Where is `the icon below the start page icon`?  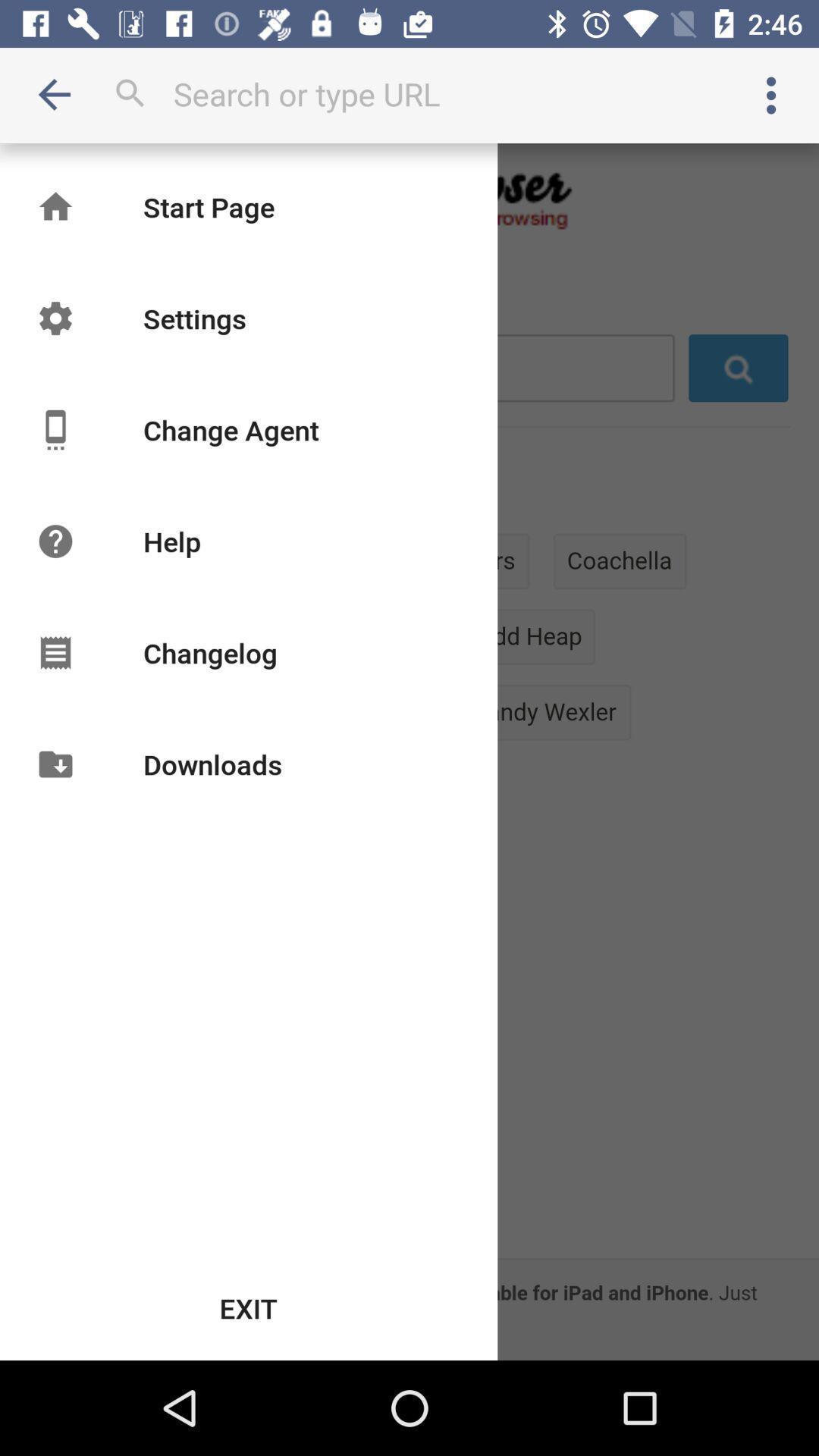 the icon below the start page icon is located at coordinates (193, 318).